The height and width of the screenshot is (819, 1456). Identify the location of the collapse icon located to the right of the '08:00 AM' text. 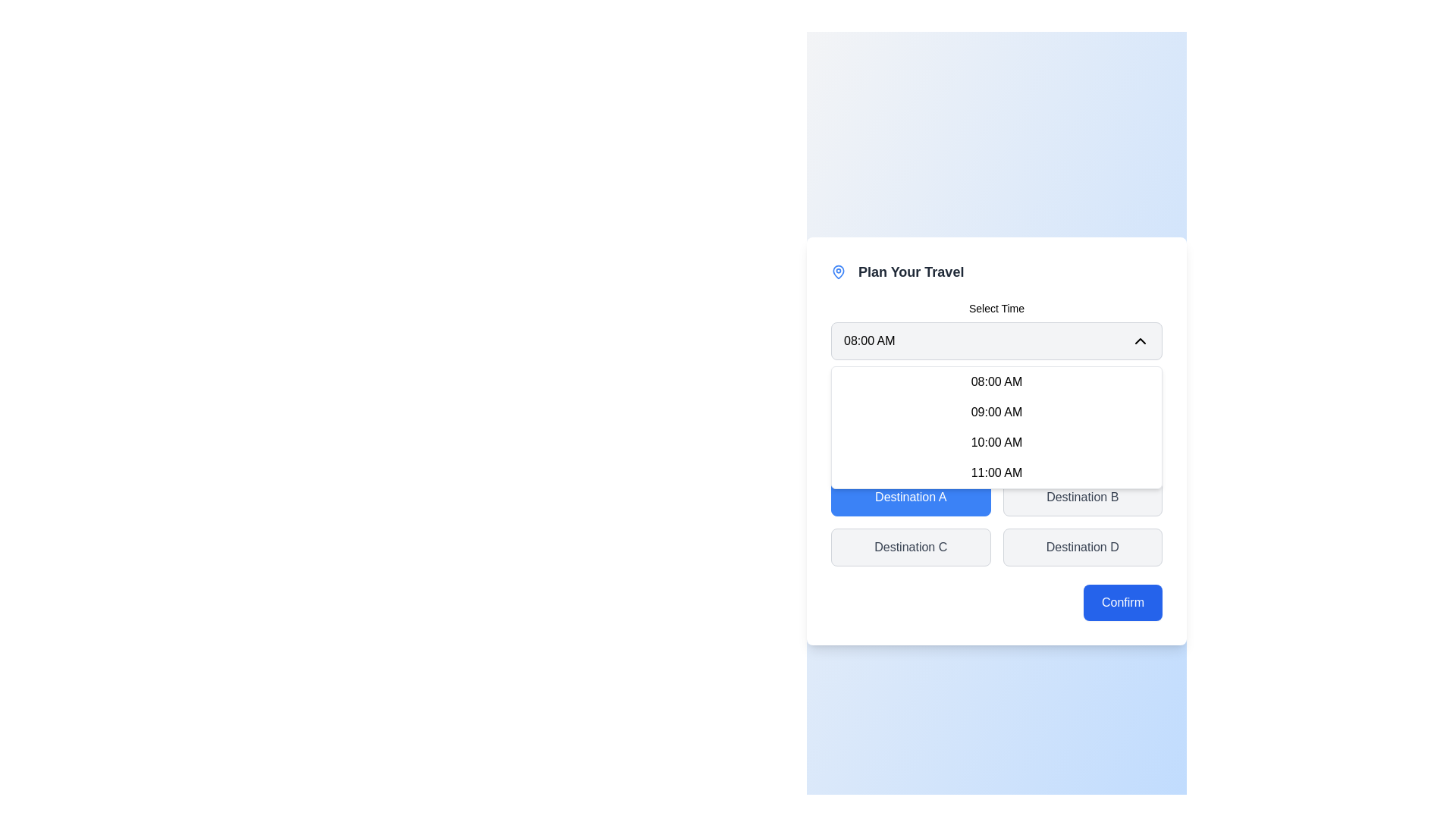
(1140, 341).